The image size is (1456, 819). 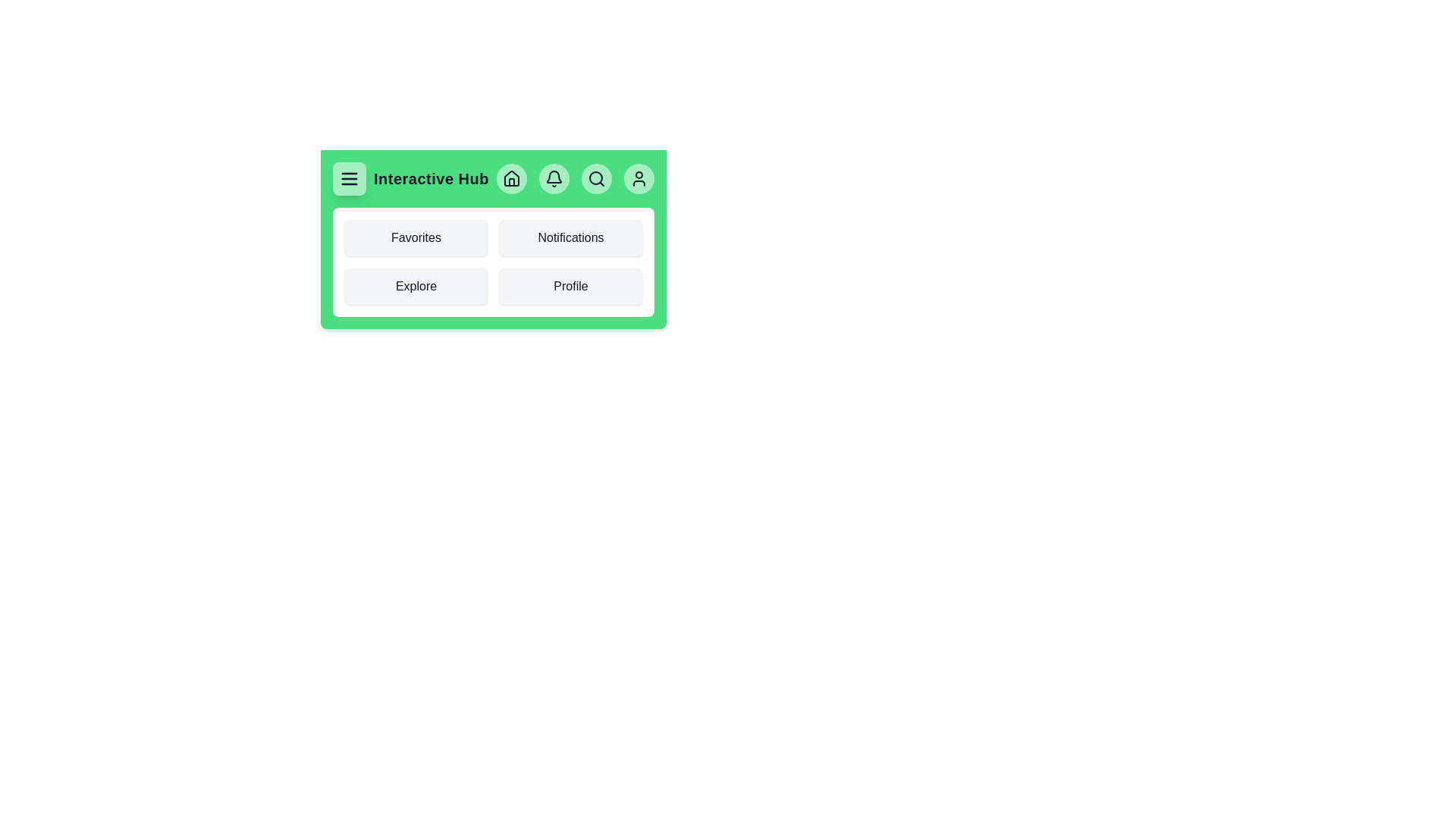 What do you see at coordinates (595, 177) in the screenshot?
I see `the interactive element Search Button` at bounding box center [595, 177].